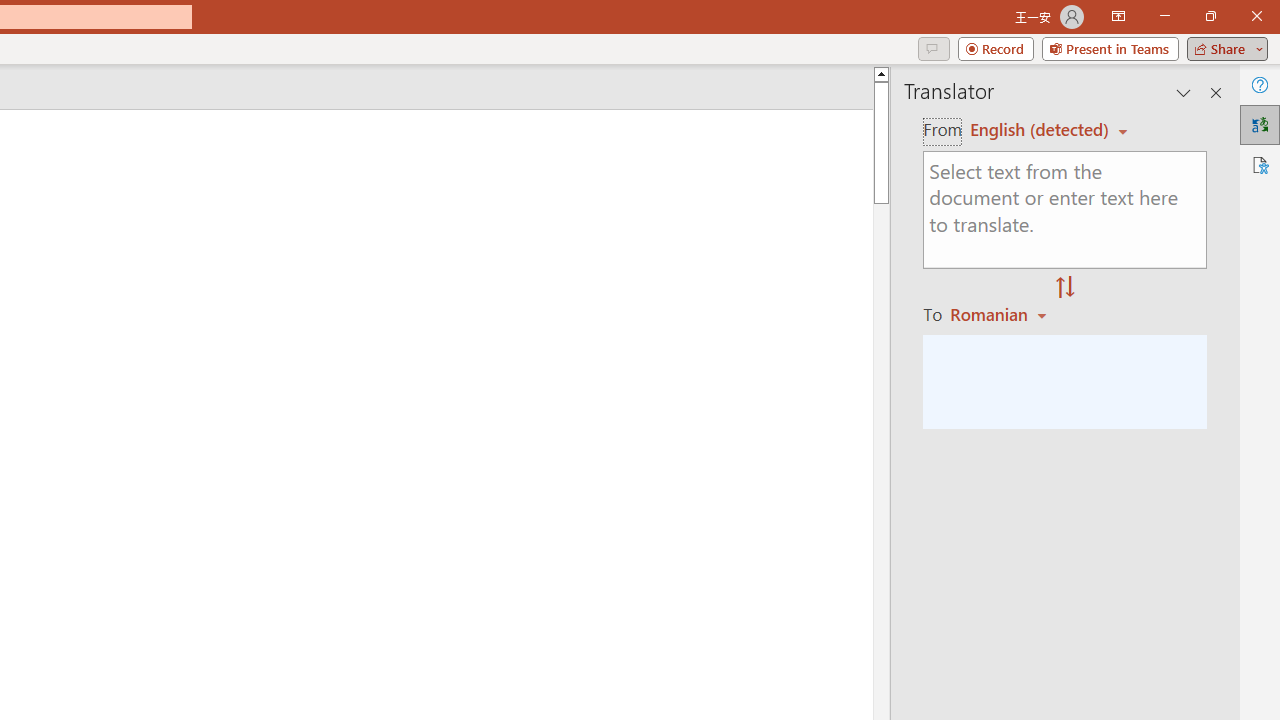 This screenshot has width=1280, height=720. I want to click on 'Swap "from" and "to" languages.', so click(1064, 288).